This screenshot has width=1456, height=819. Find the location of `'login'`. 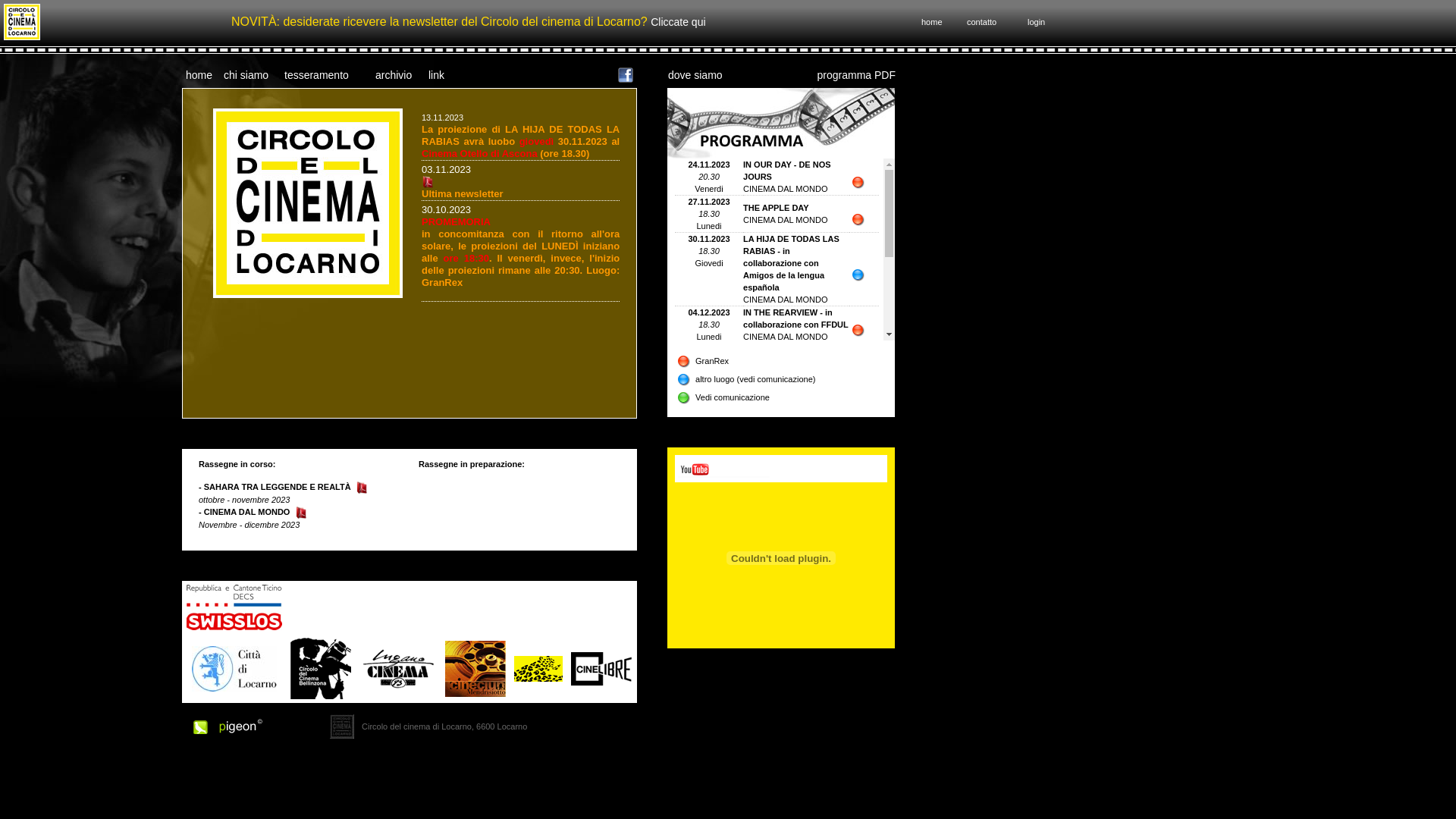

'login' is located at coordinates (1035, 22).